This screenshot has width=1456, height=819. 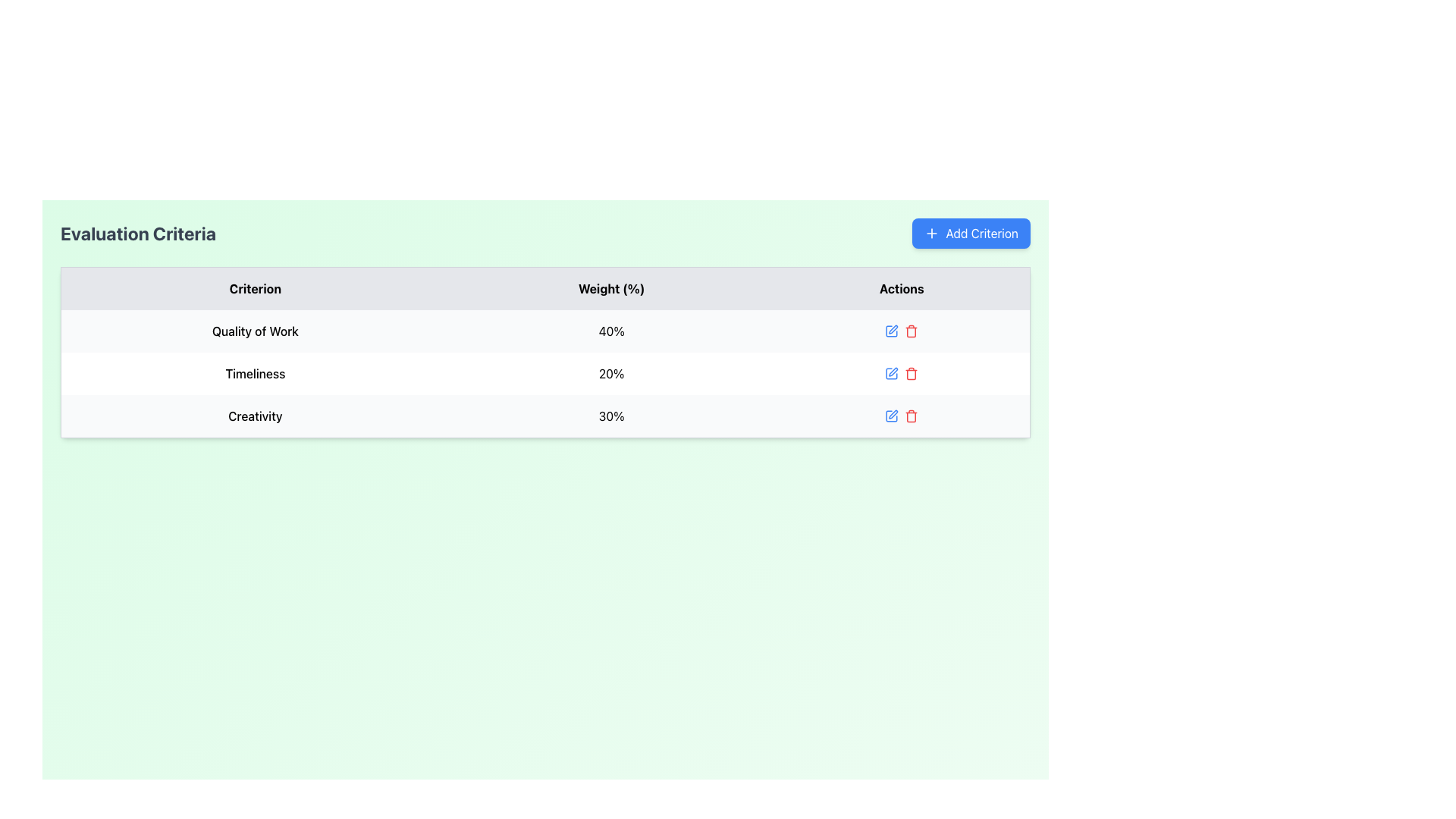 I want to click on the Text Label in the 'Criterion' column of the table that describes an evaluation criterion, positioned in the second row under the 'Evaluation Criteria' heading, so click(x=255, y=374).